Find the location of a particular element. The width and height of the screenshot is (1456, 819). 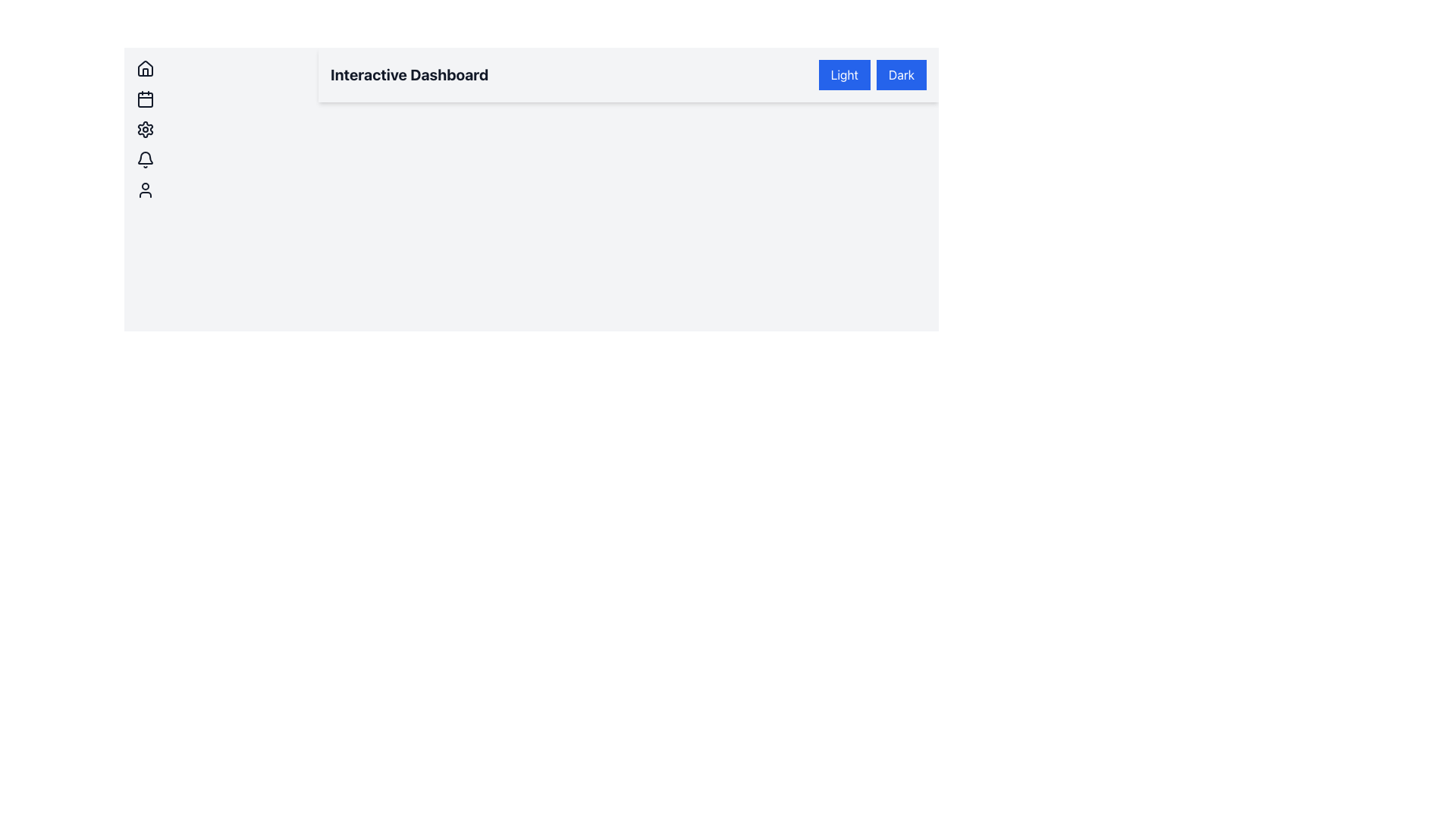

the fifth icon button in the vertical stack on the left side of the interface is located at coordinates (146, 189).